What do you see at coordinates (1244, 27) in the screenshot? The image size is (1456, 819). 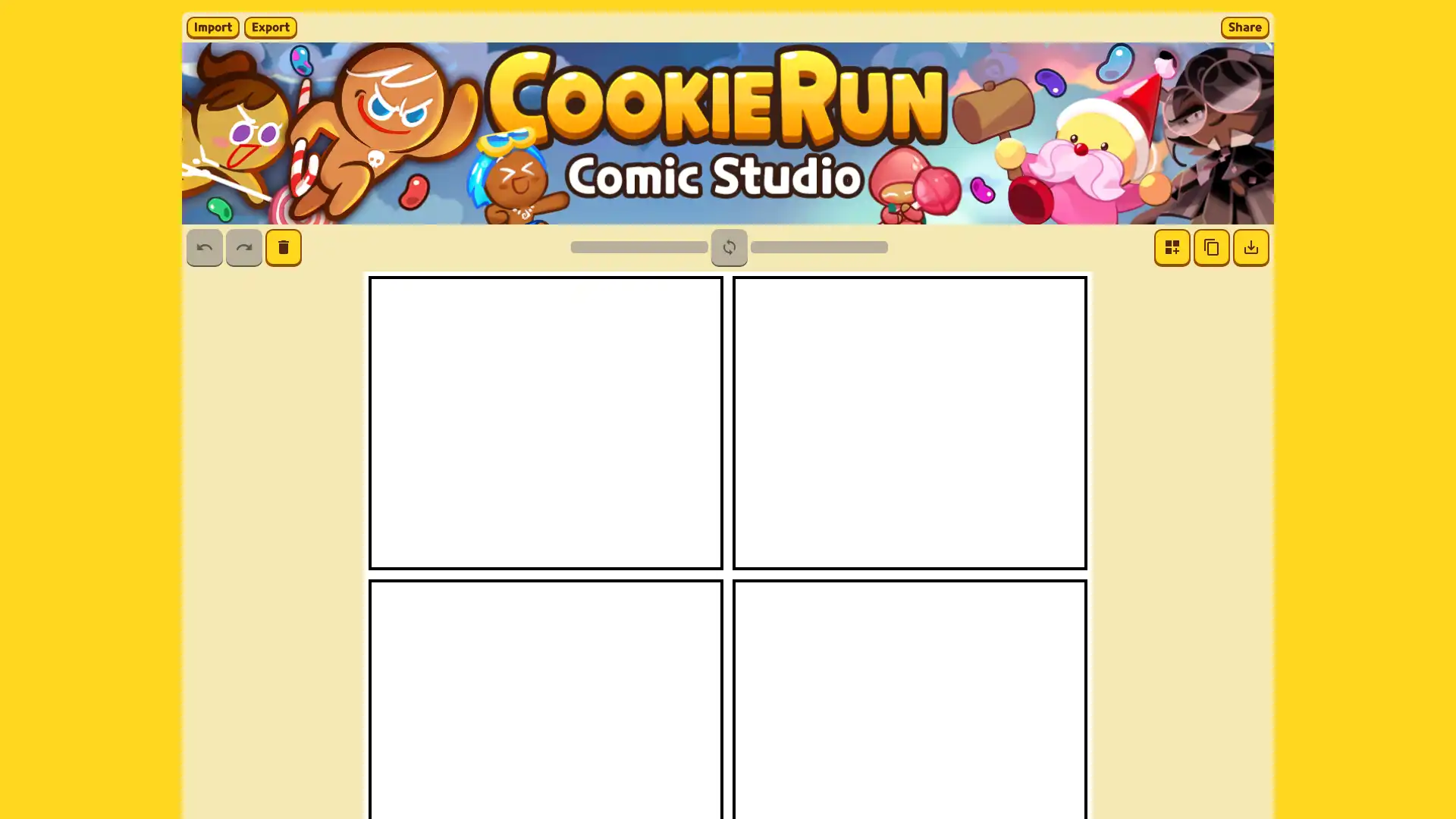 I see `Share` at bounding box center [1244, 27].